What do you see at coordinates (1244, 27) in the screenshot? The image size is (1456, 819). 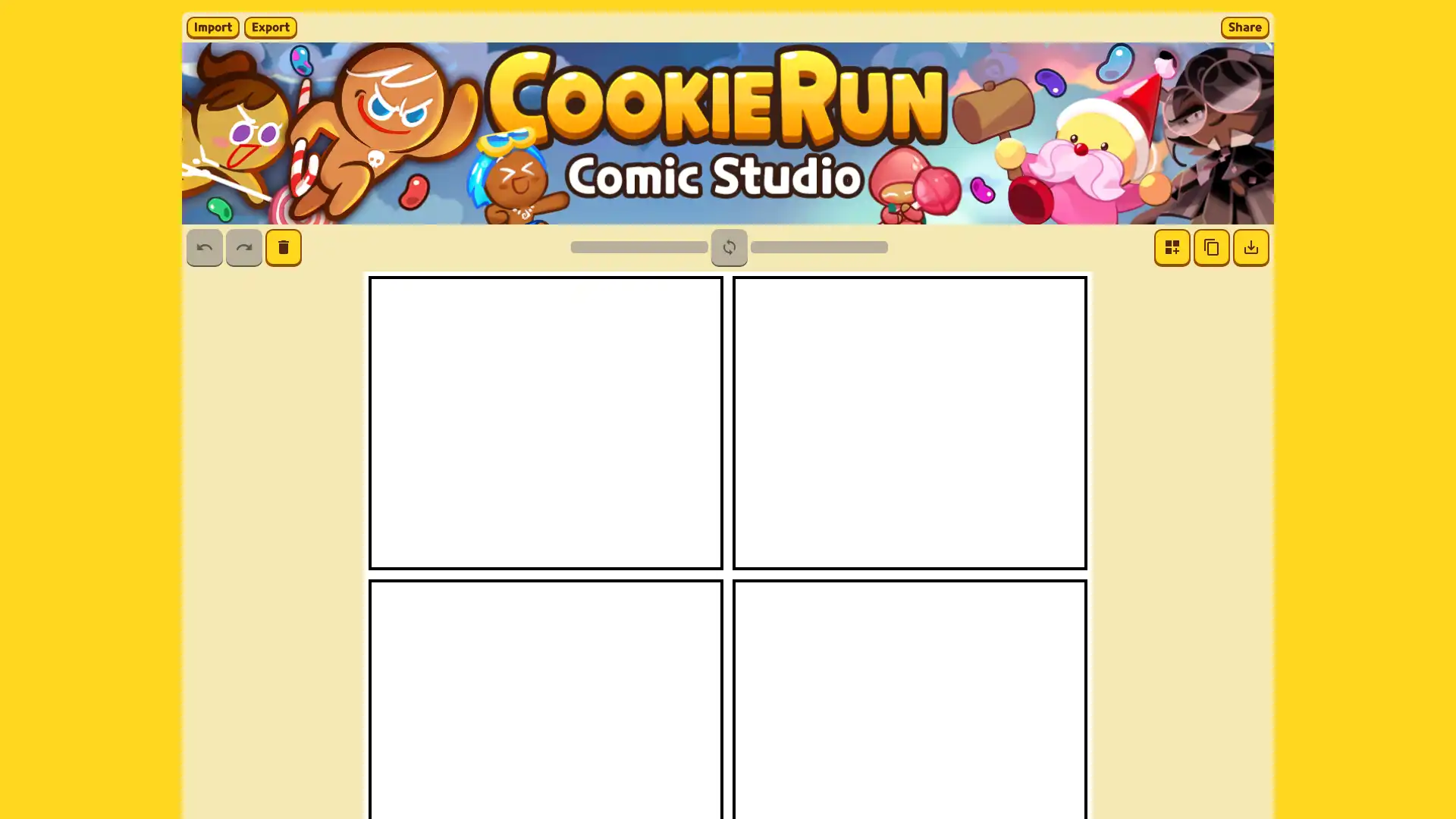 I see `Share` at bounding box center [1244, 27].